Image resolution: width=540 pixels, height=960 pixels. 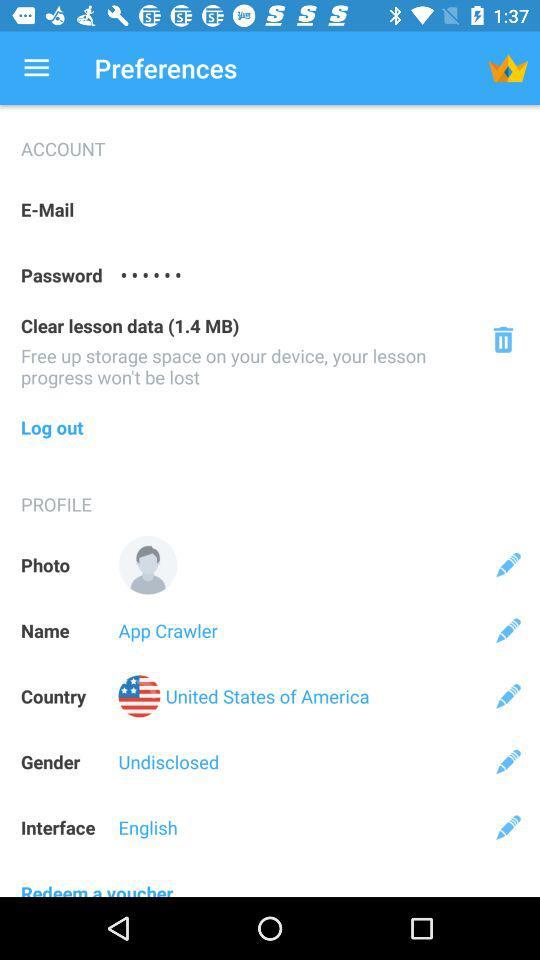 What do you see at coordinates (508, 696) in the screenshot?
I see `change the country` at bounding box center [508, 696].